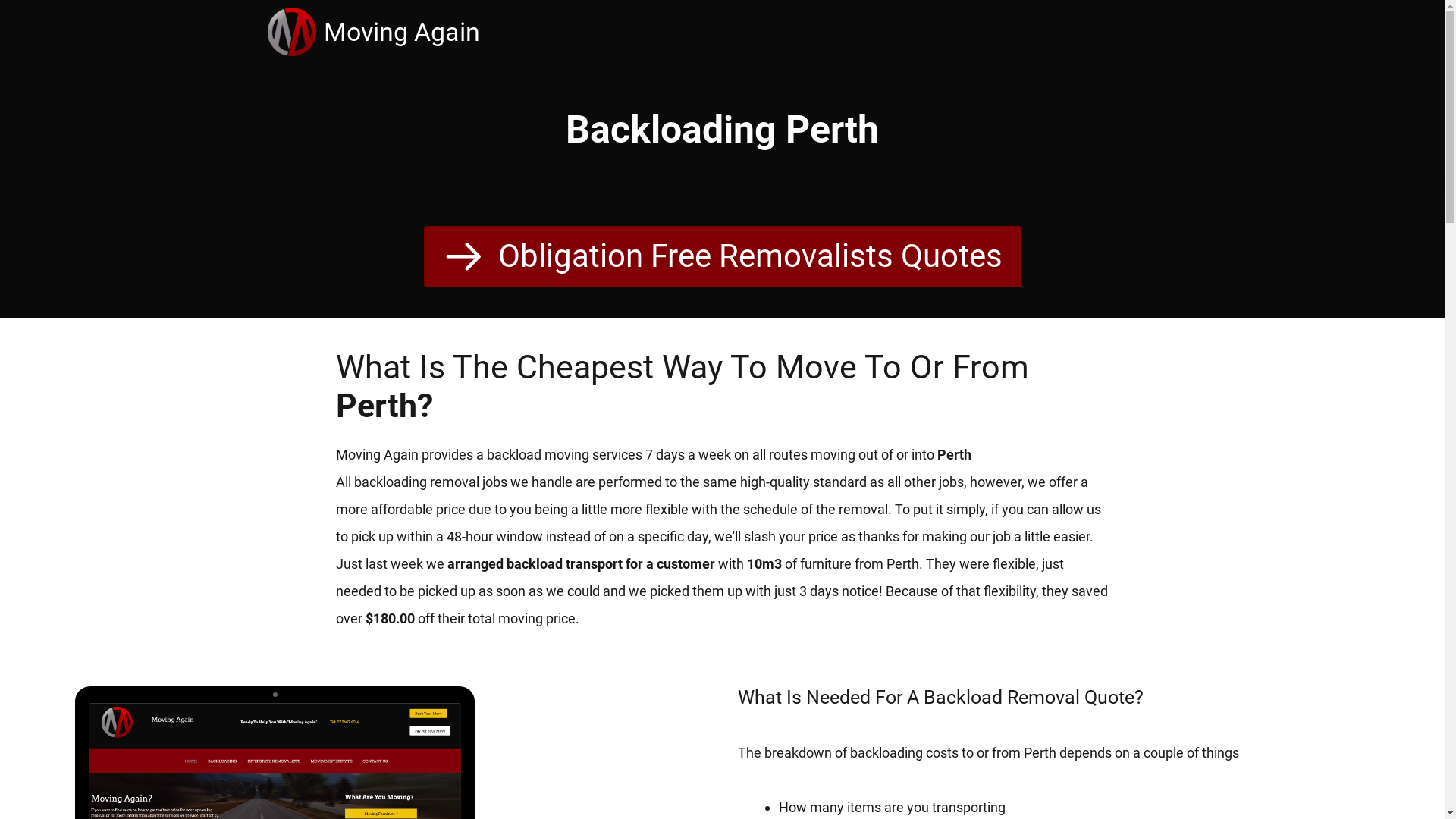  What do you see at coordinates (422, 256) in the screenshot?
I see `'Obligation Free Removalists Quotes'` at bounding box center [422, 256].